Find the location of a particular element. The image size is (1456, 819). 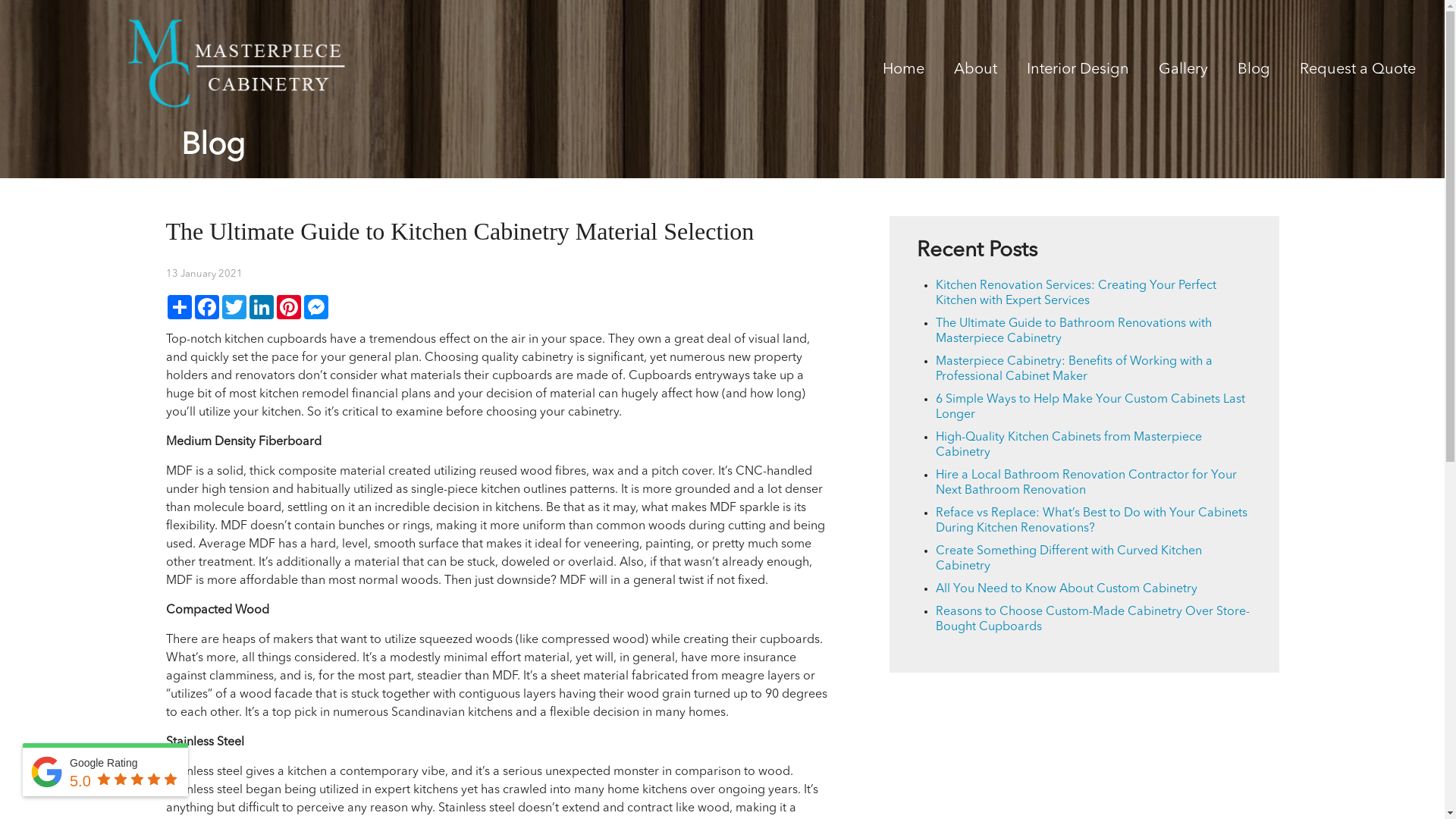

'High-Quality Kitchen Cabinets from Masterpiece Cabinetry' is located at coordinates (1068, 444).